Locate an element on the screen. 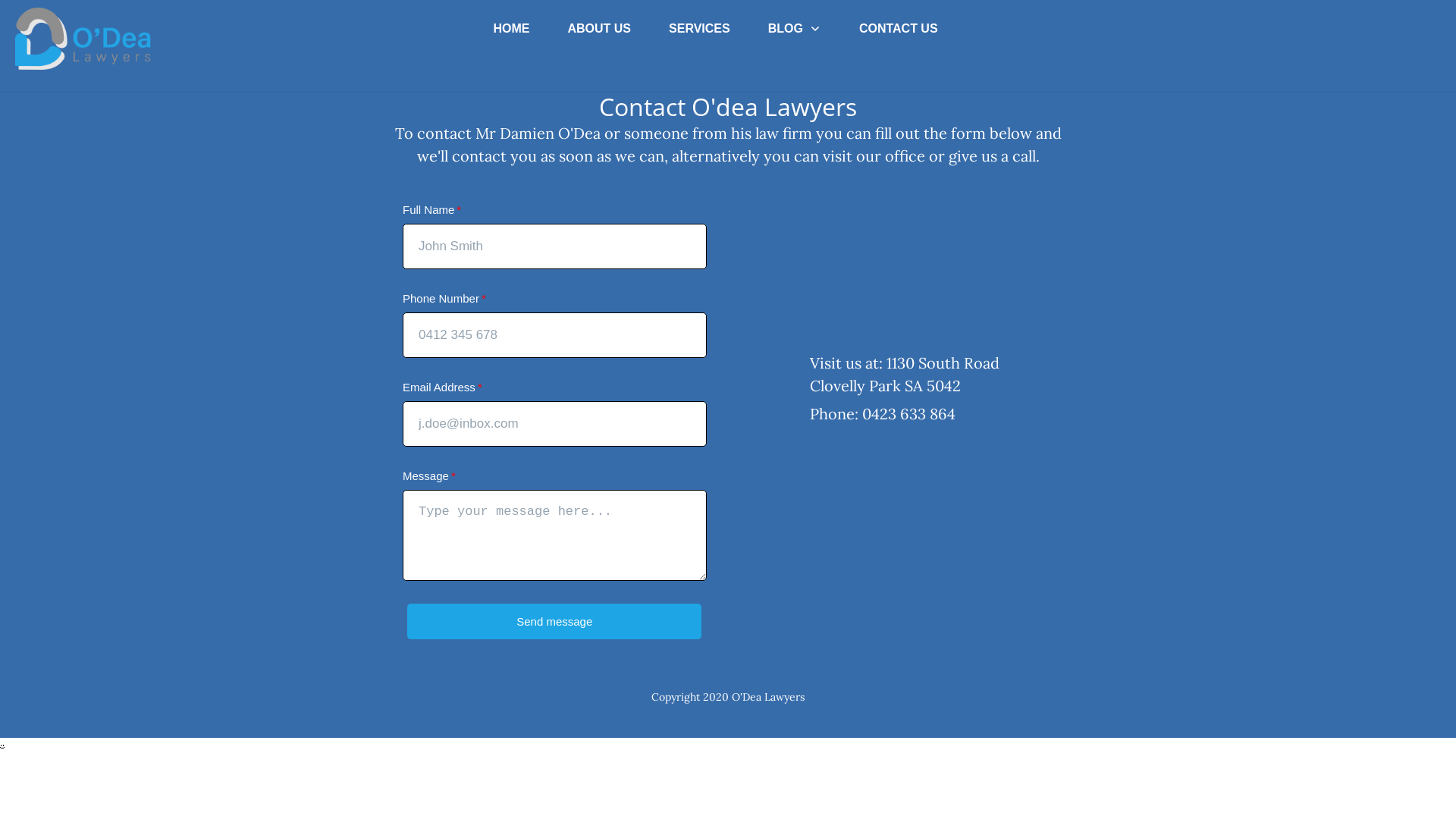  'CONTACT US' is located at coordinates (858, 29).